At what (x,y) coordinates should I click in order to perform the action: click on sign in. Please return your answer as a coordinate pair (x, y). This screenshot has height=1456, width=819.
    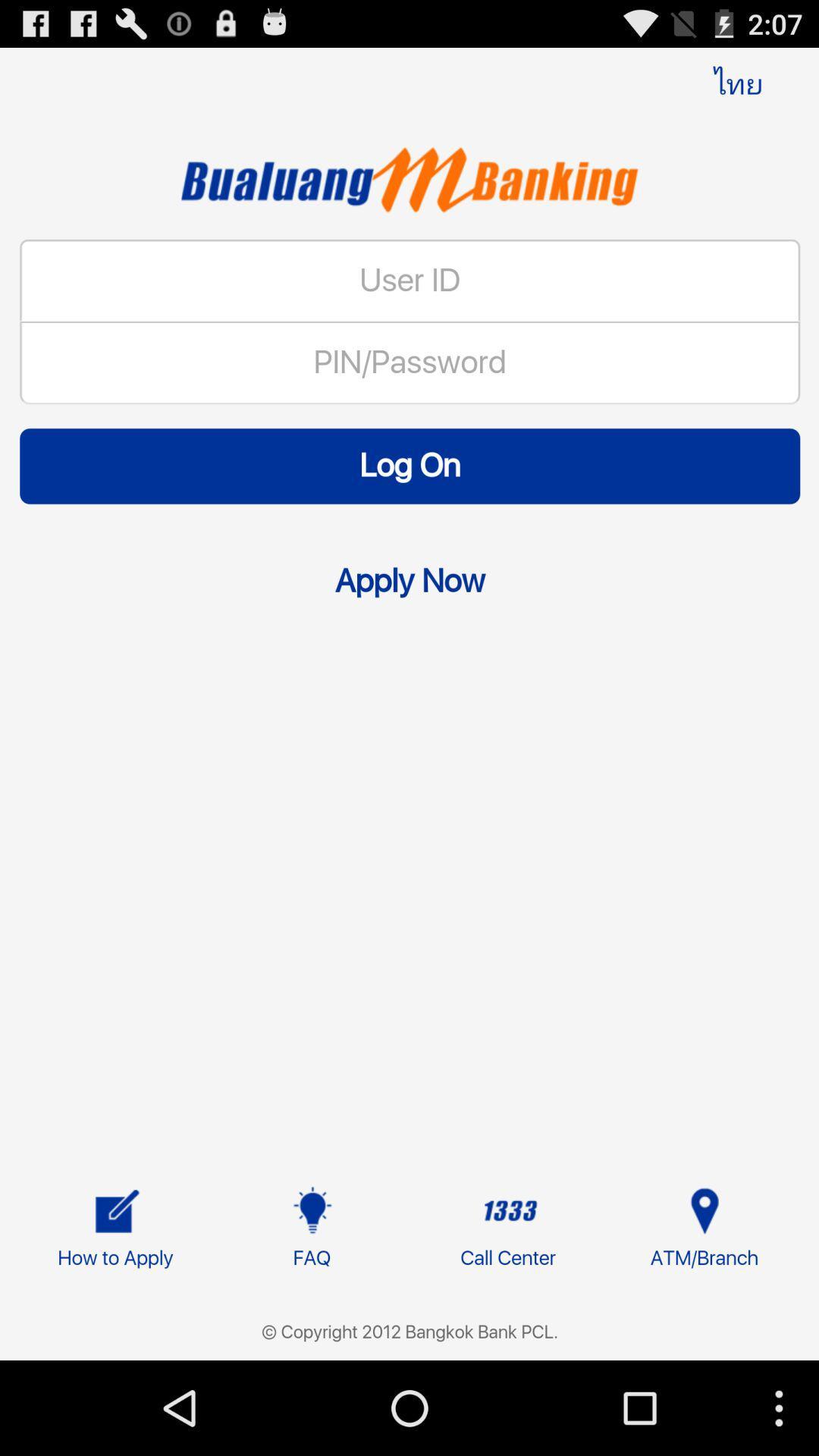
    Looking at the image, I should click on (409, 740).